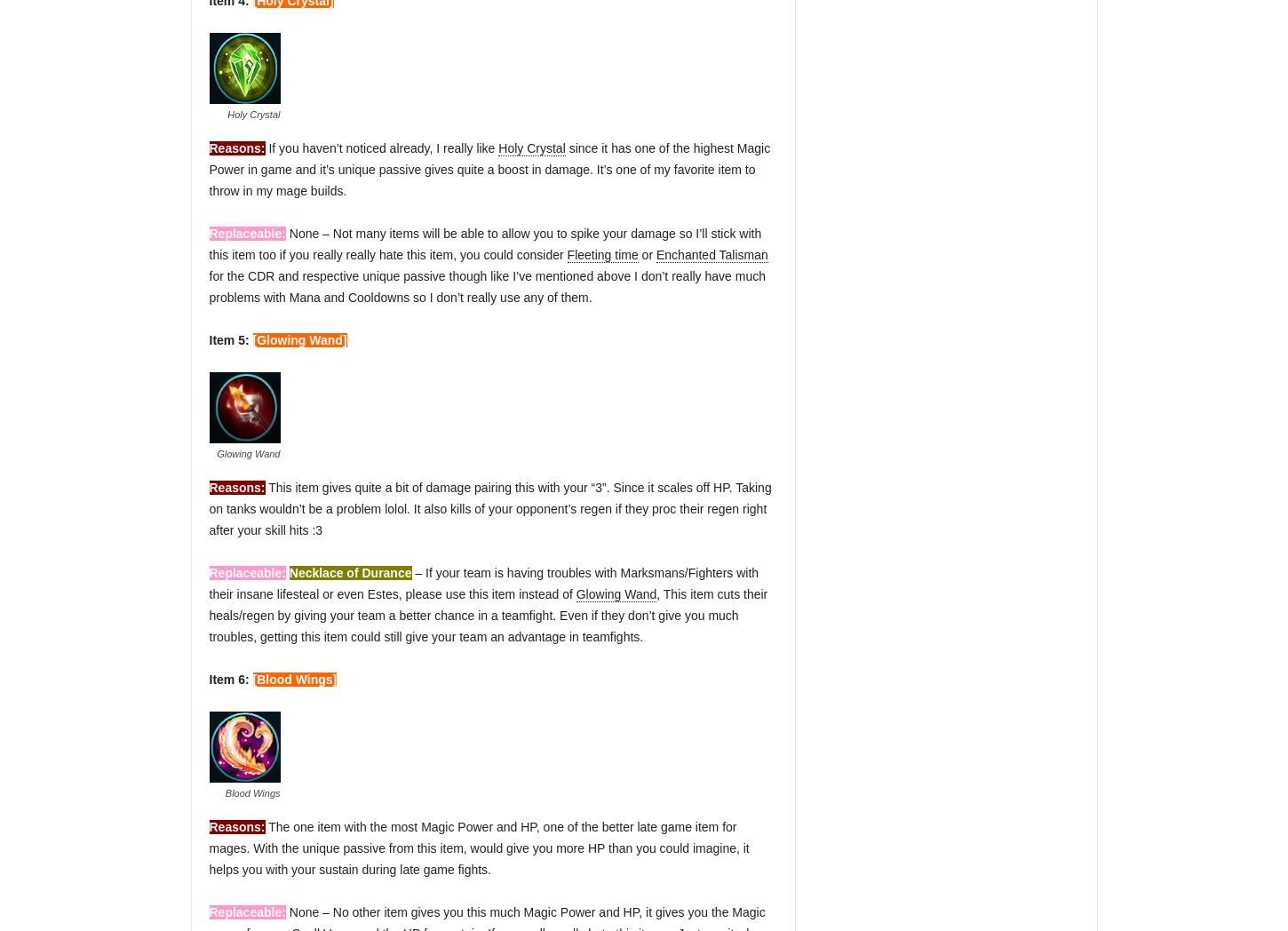 The width and height of the screenshot is (1288, 931). What do you see at coordinates (489, 169) in the screenshot?
I see `'since it has one of the highest Magic Power in game and it’s unique passive gives quite a boost in damage. It’s one of my favorite item to throw in my mage builds.'` at bounding box center [489, 169].